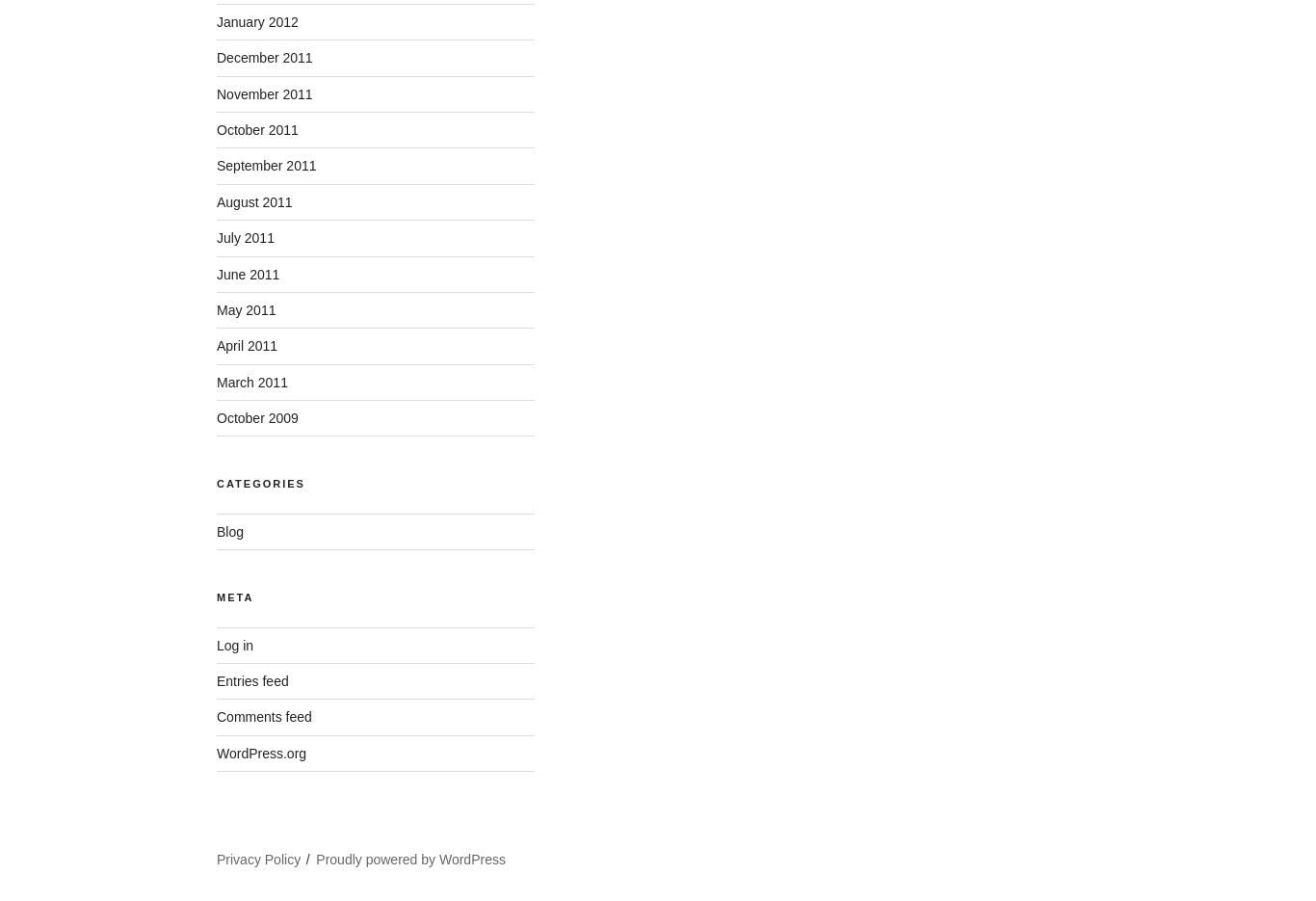 Image resolution: width=1316 pixels, height=901 pixels. Describe the element at coordinates (261, 752) in the screenshot. I see `'WordPress.org'` at that location.